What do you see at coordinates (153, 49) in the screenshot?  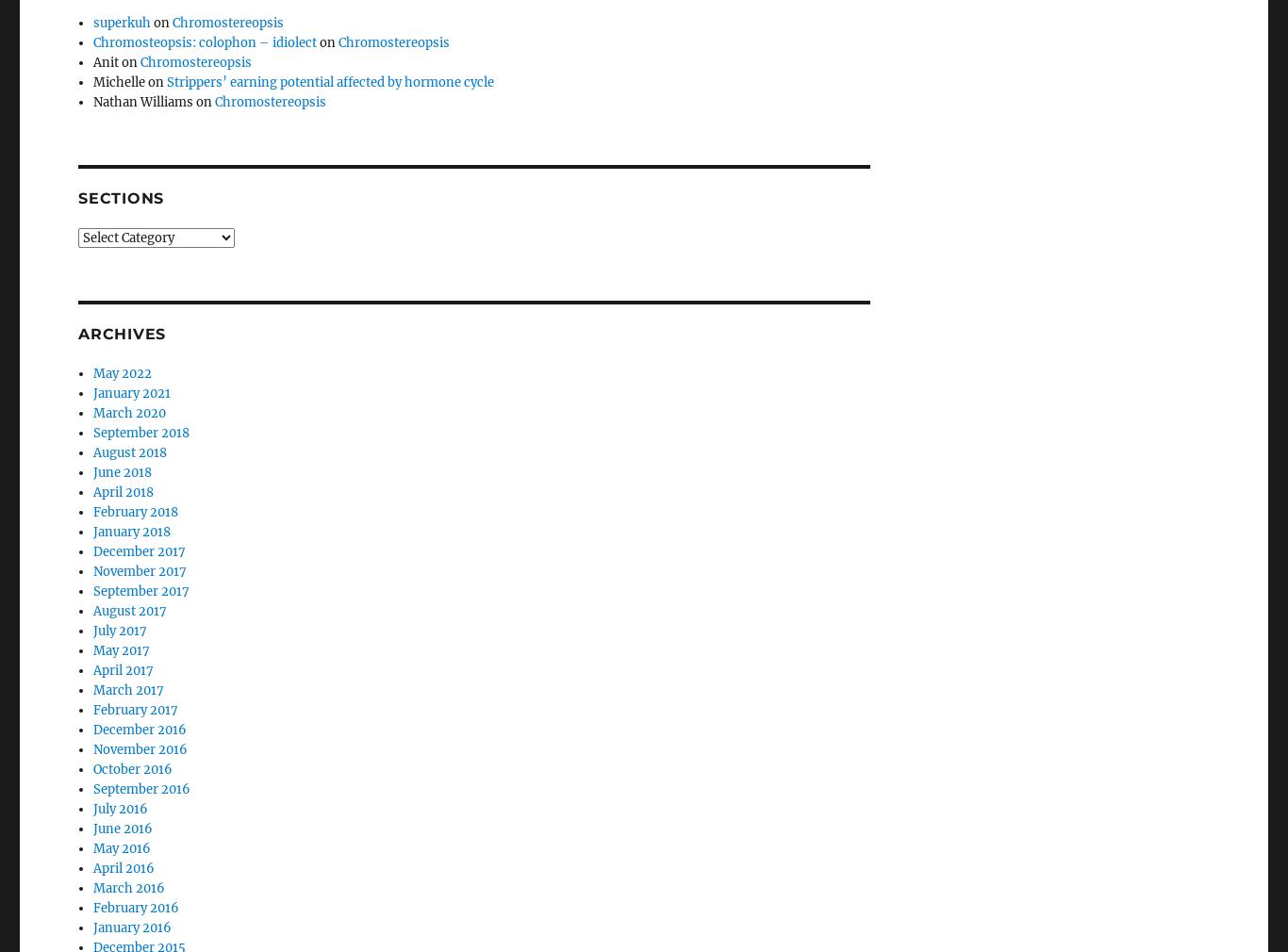 I see `'Nathan Williams on'` at bounding box center [153, 49].